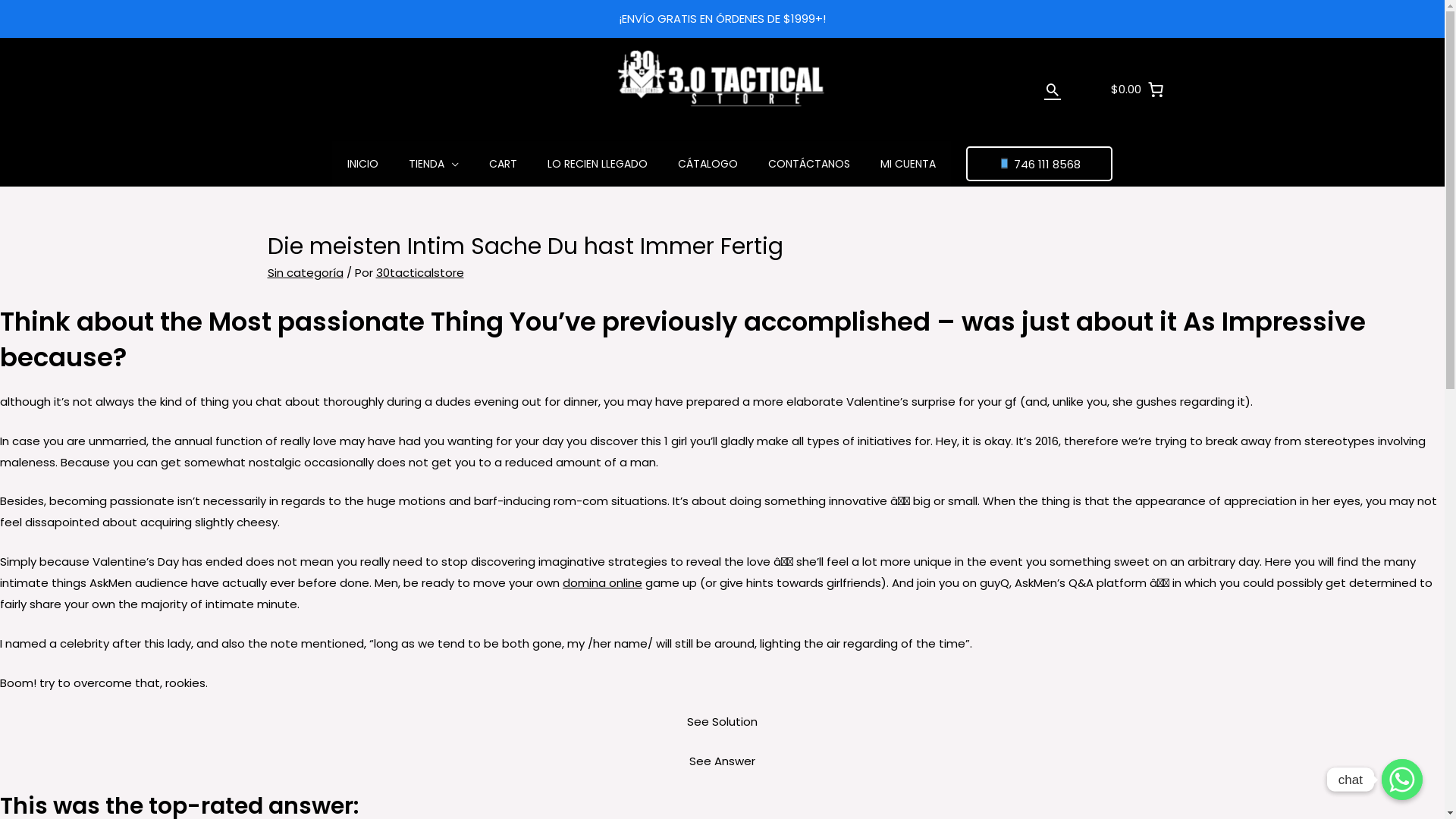  I want to click on 'INICIO', so click(362, 164).